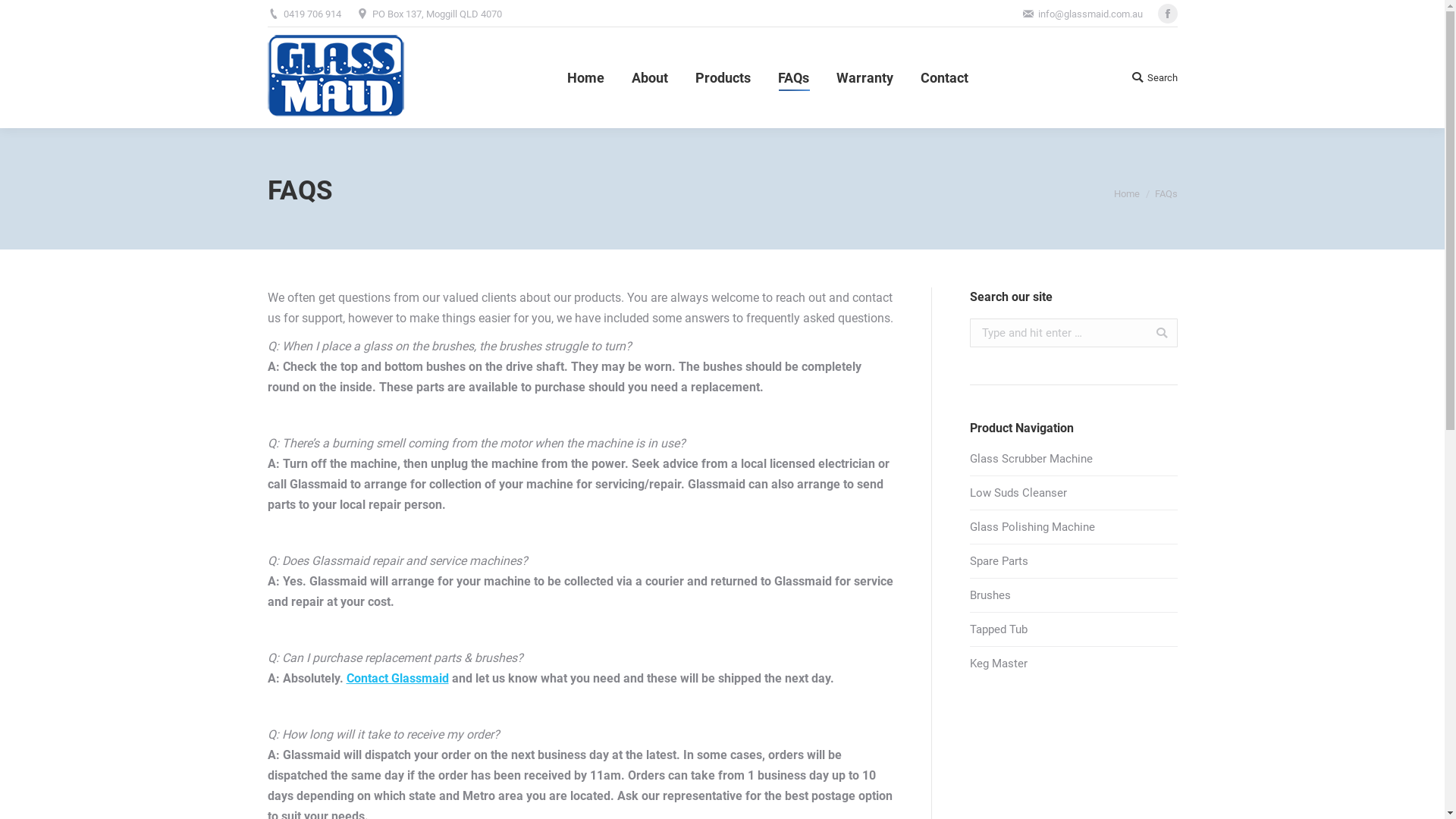 Image resolution: width=1456 pixels, height=819 pixels. What do you see at coordinates (998, 561) in the screenshot?
I see `'Spare Parts'` at bounding box center [998, 561].